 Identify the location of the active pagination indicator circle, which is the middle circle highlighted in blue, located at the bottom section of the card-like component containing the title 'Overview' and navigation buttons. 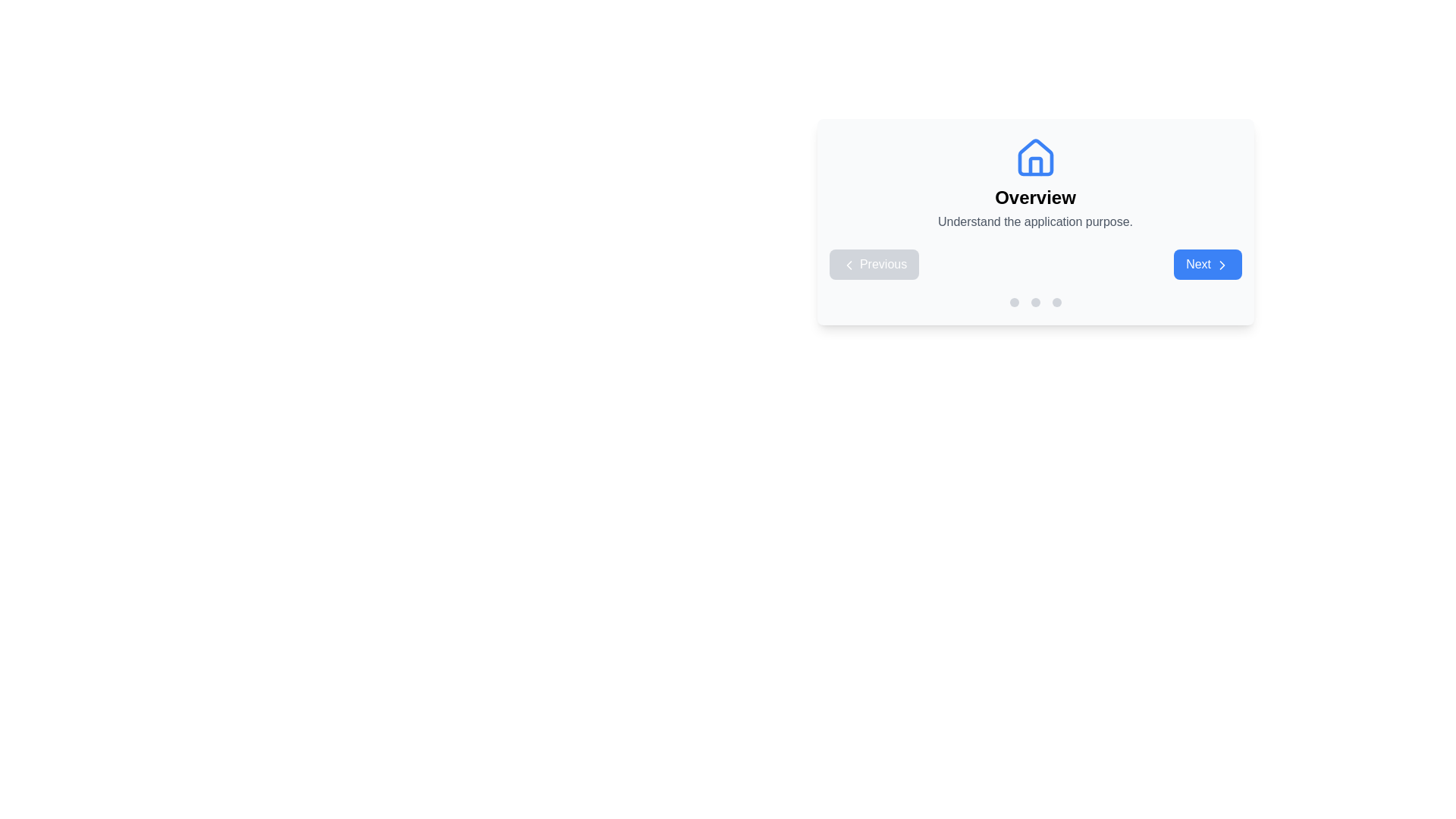
(1034, 302).